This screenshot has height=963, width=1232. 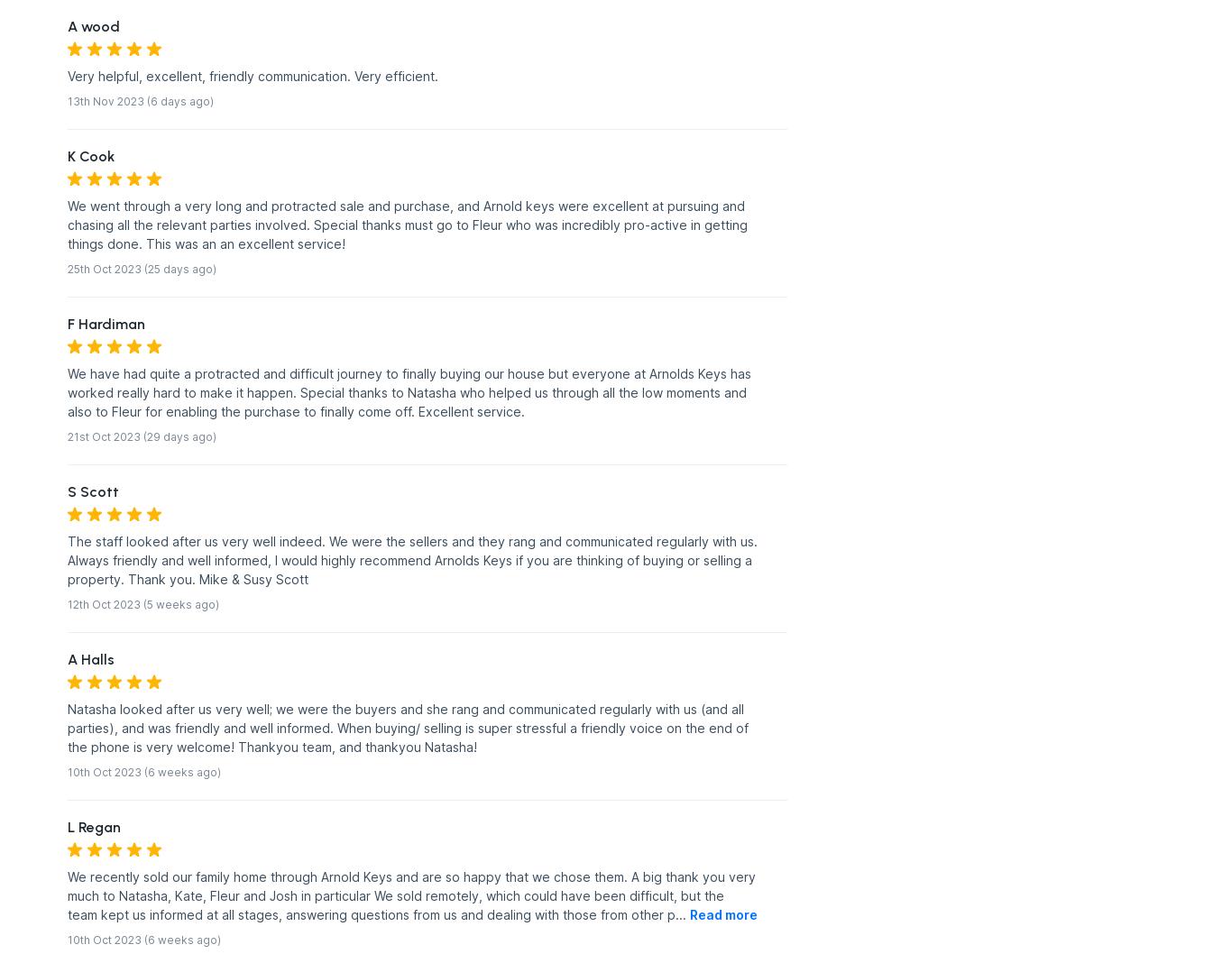 I want to click on 'also to Fleur for enabling the purchase to finally come off. Excellent service.', so click(x=296, y=411).